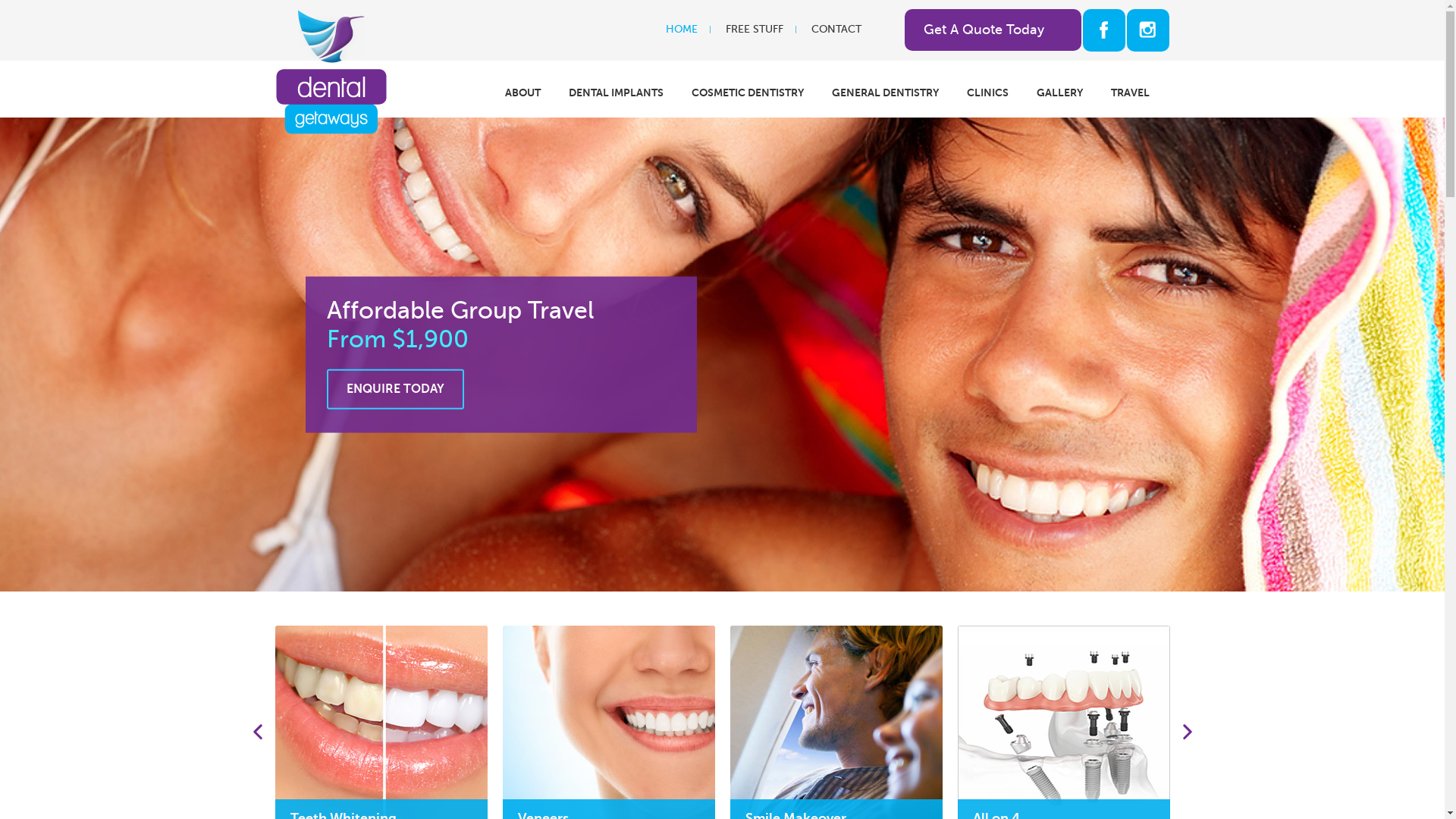  I want to click on 'ENQUIRE TODAY', so click(394, 388).